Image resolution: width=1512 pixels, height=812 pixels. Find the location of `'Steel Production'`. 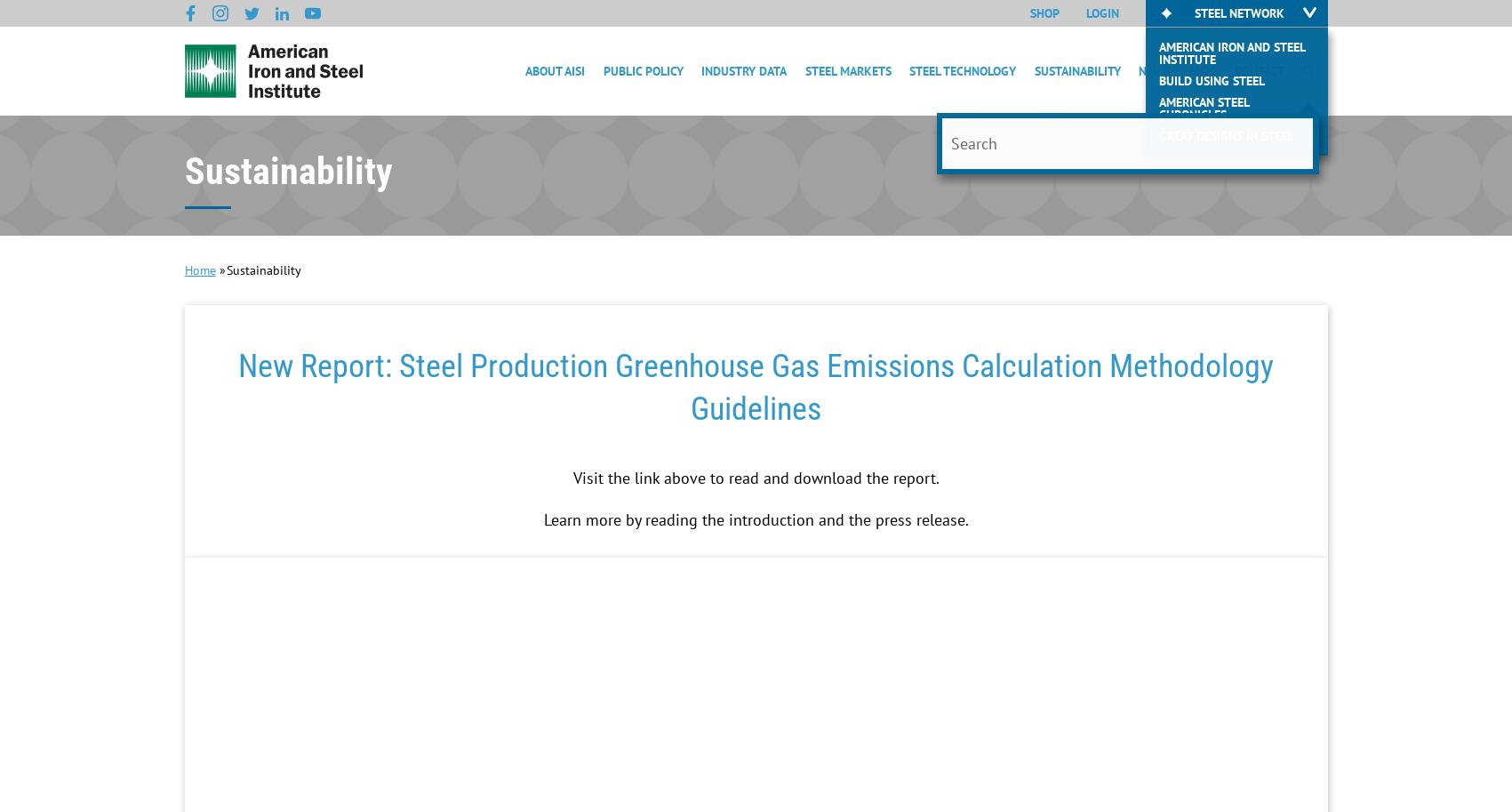

'Steel Production' is located at coordinates (908, 149).